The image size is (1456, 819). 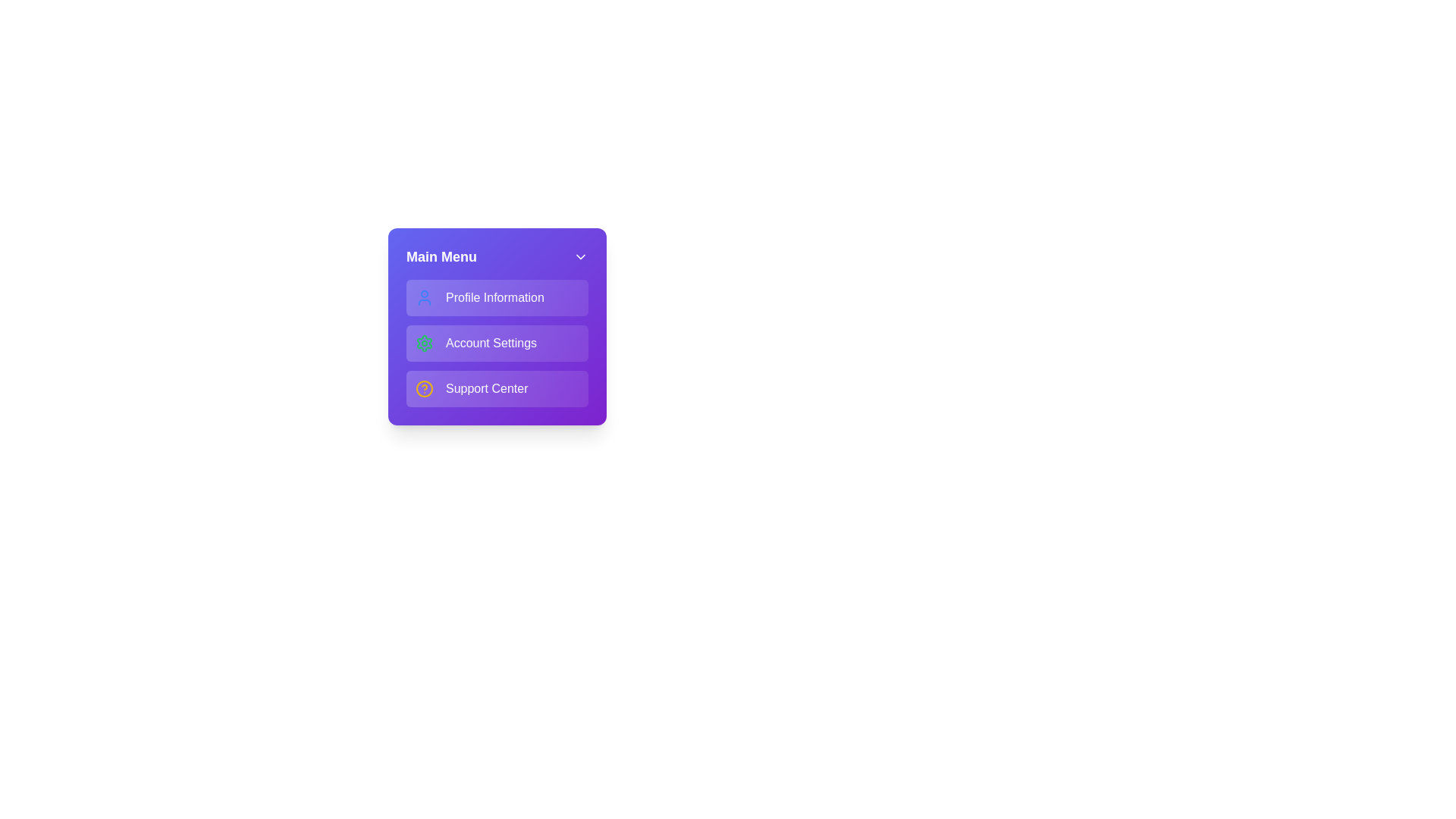 I want to click on the menu item Account Settings to see visual feedback, so click(x=497, y=343).